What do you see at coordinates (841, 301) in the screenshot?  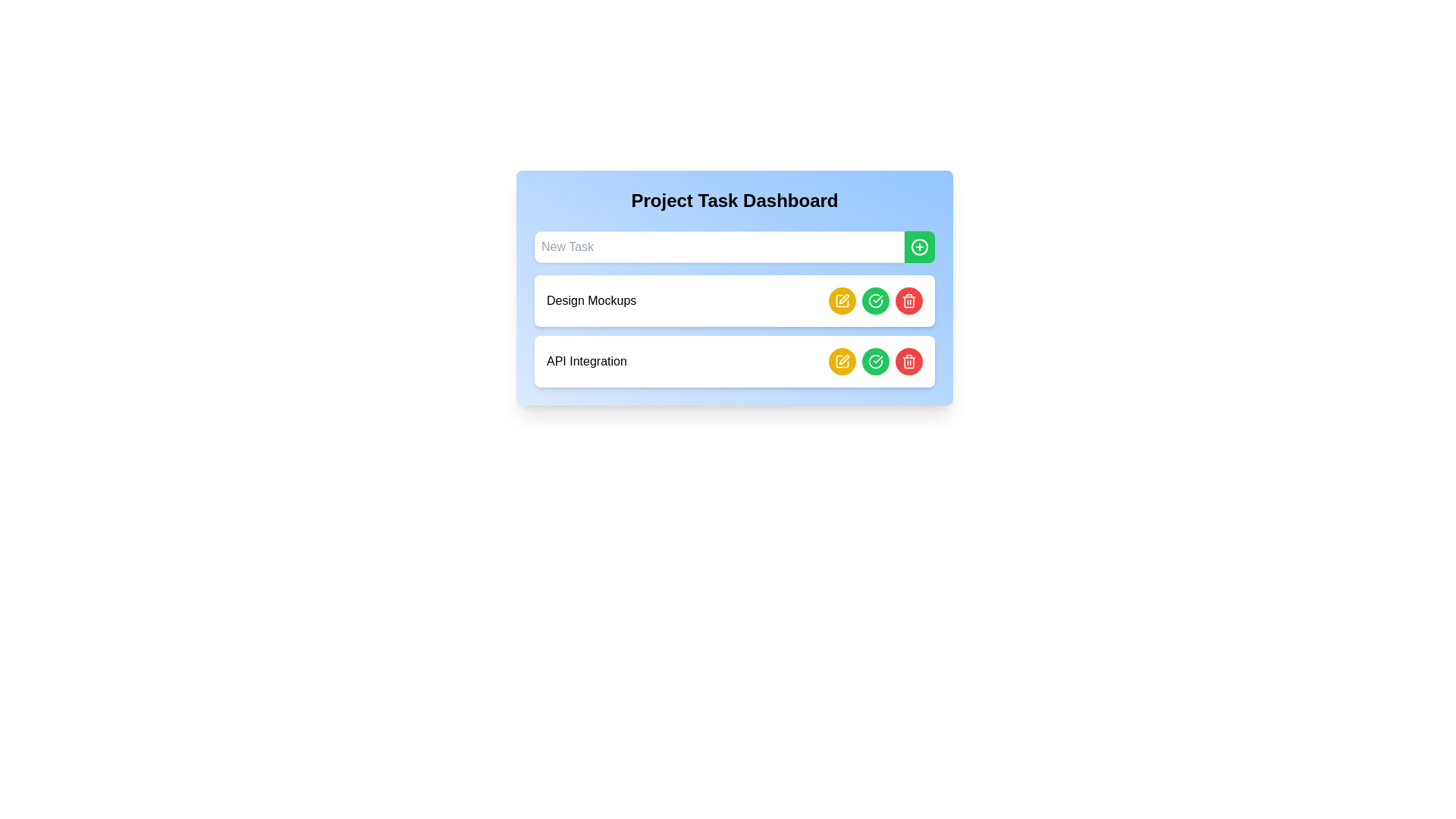 I see `the edit button associated with the task 'Design Mockups' located in the second row of the task list` at bounding box center [841, 301].